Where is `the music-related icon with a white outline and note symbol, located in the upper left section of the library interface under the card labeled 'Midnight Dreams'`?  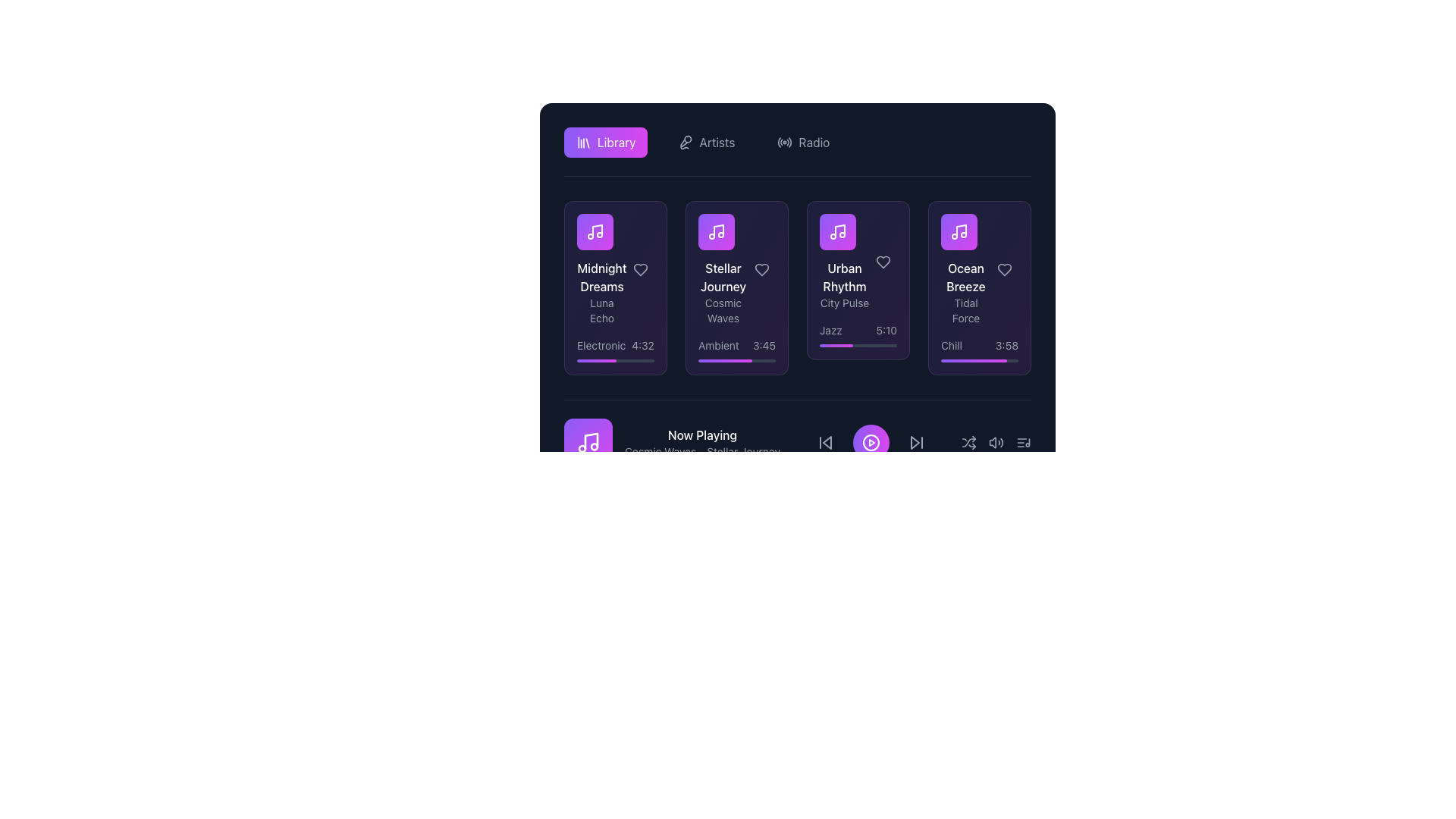
the music-related icon with a white outline and note symbol, located in the upper left section of the library interface under the card labeled 'Midnight Dreams' is located at coordinates (595, 231).